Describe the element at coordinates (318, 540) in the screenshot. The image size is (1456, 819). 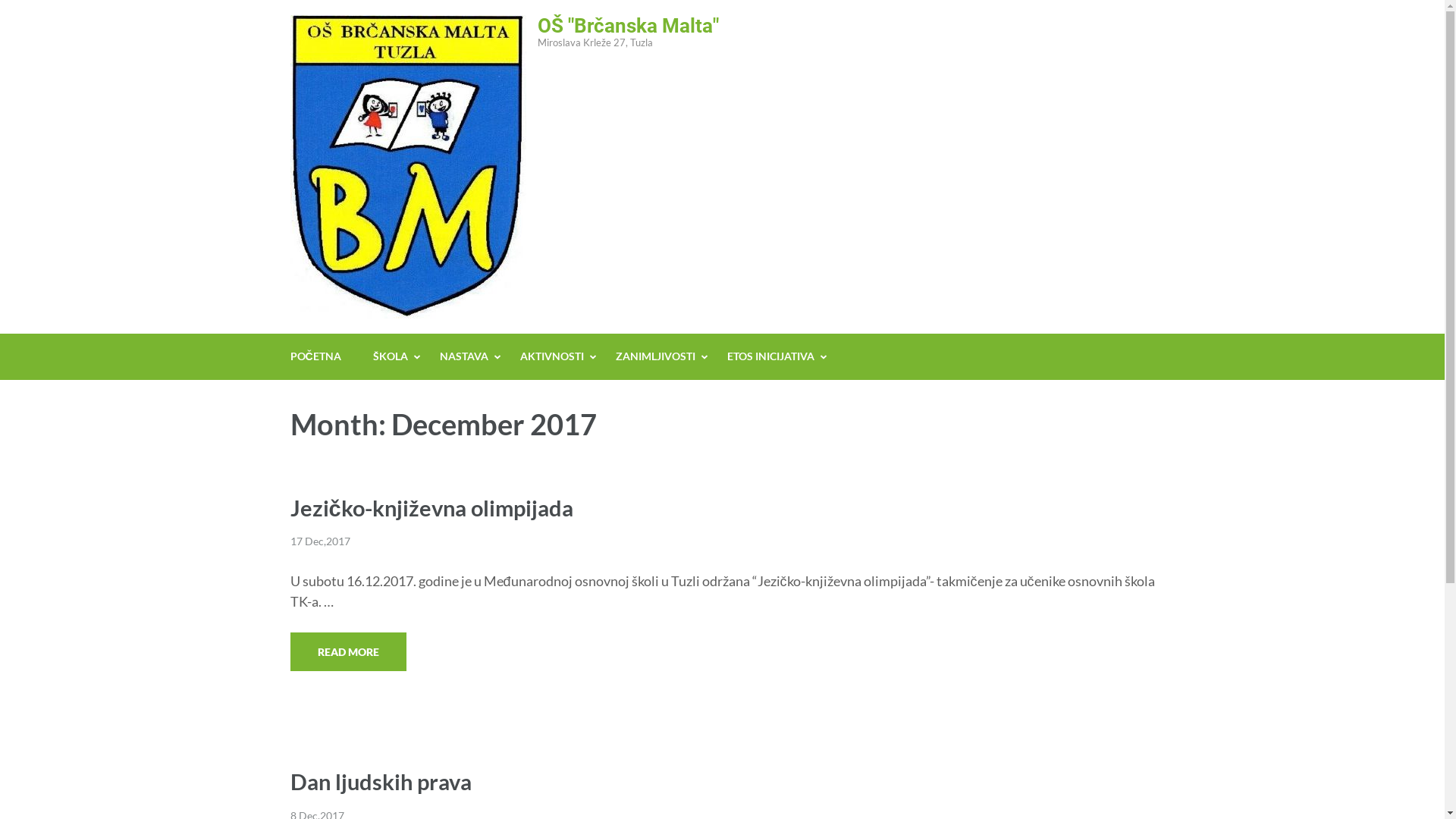
I see `'17 Dec,2017'` at that location.